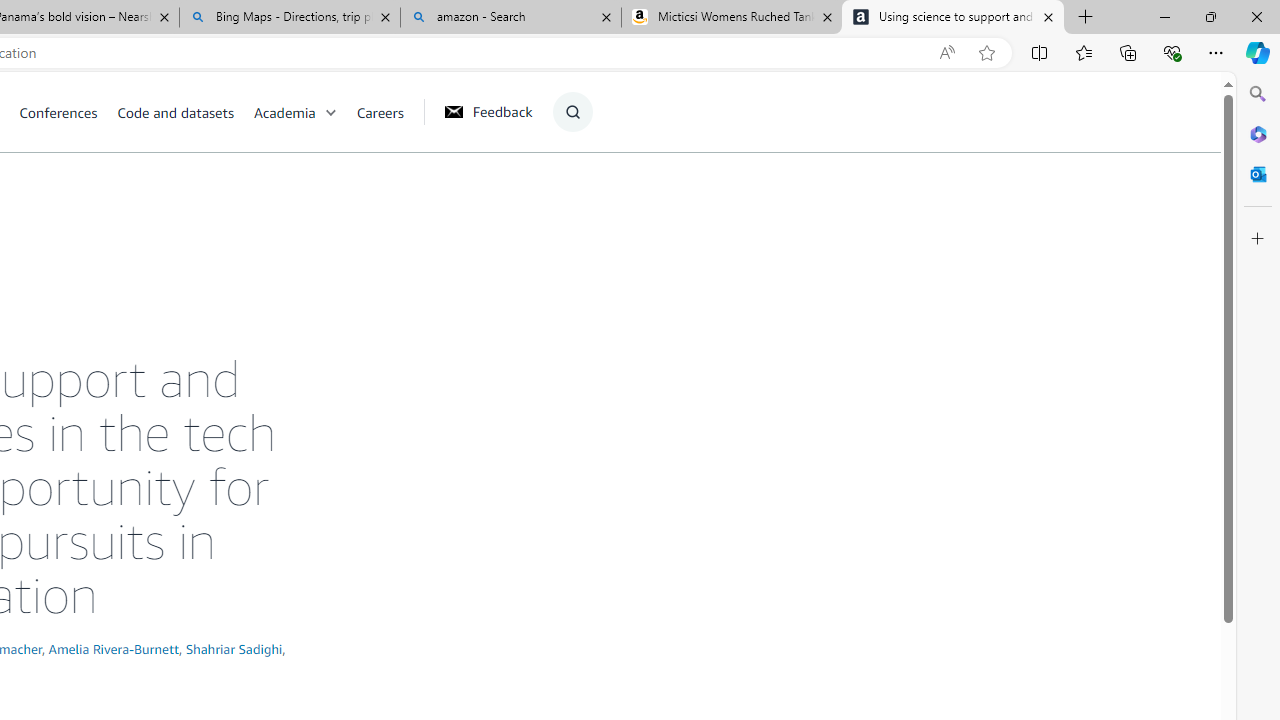 The image size is (1280, 720). I want to click on 'Feedback', so click(488, 111).